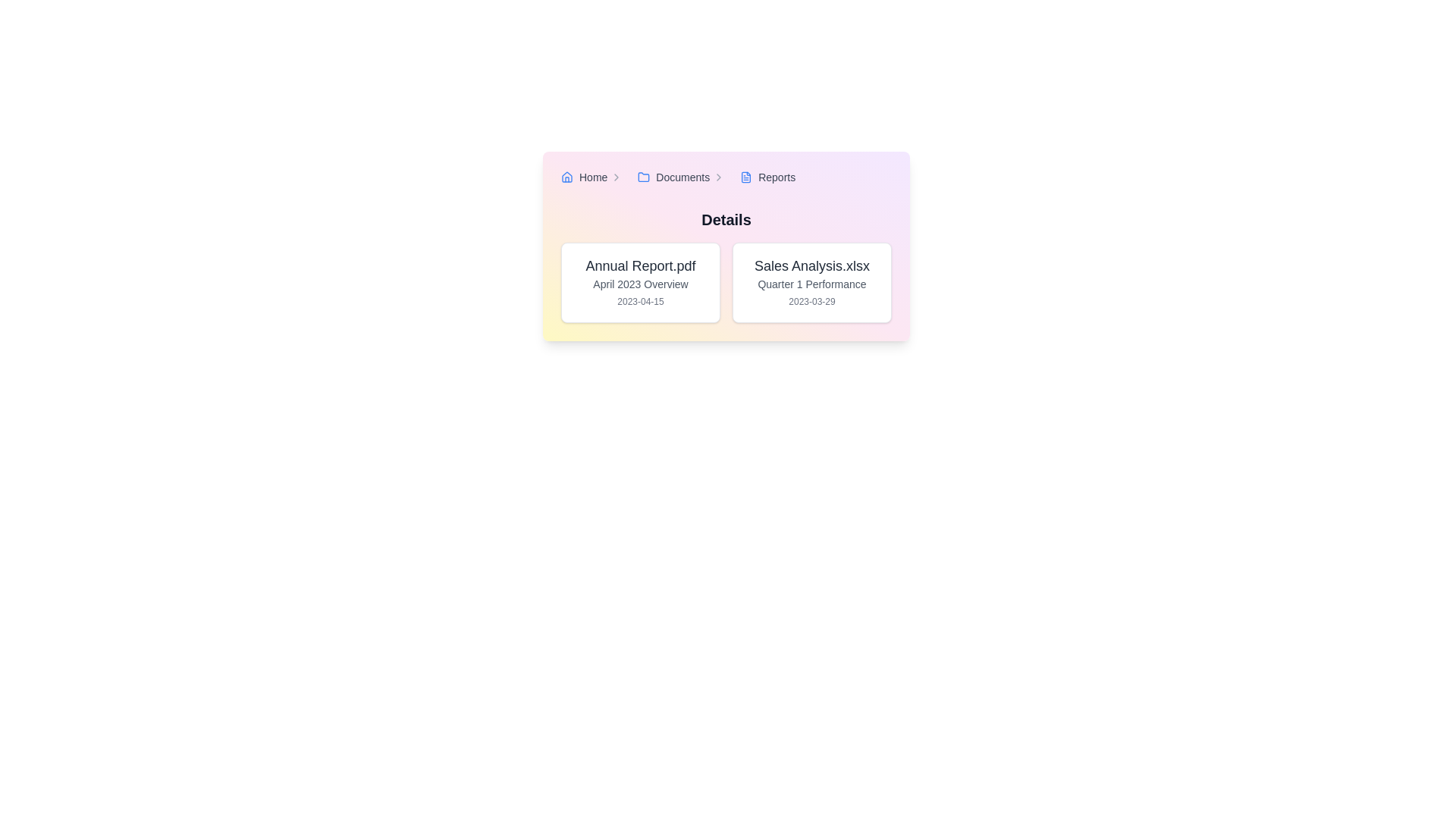 This screenshot has height=819, width=1456. What do you see at coordinates (640, 283) in the screenshot?
I see `details displayed on the Card-style List Item that represents a document, positioned to the left of the 'Sales Analysis.xlsx' card in the 'Details' section` at bounding box center [640, 283].